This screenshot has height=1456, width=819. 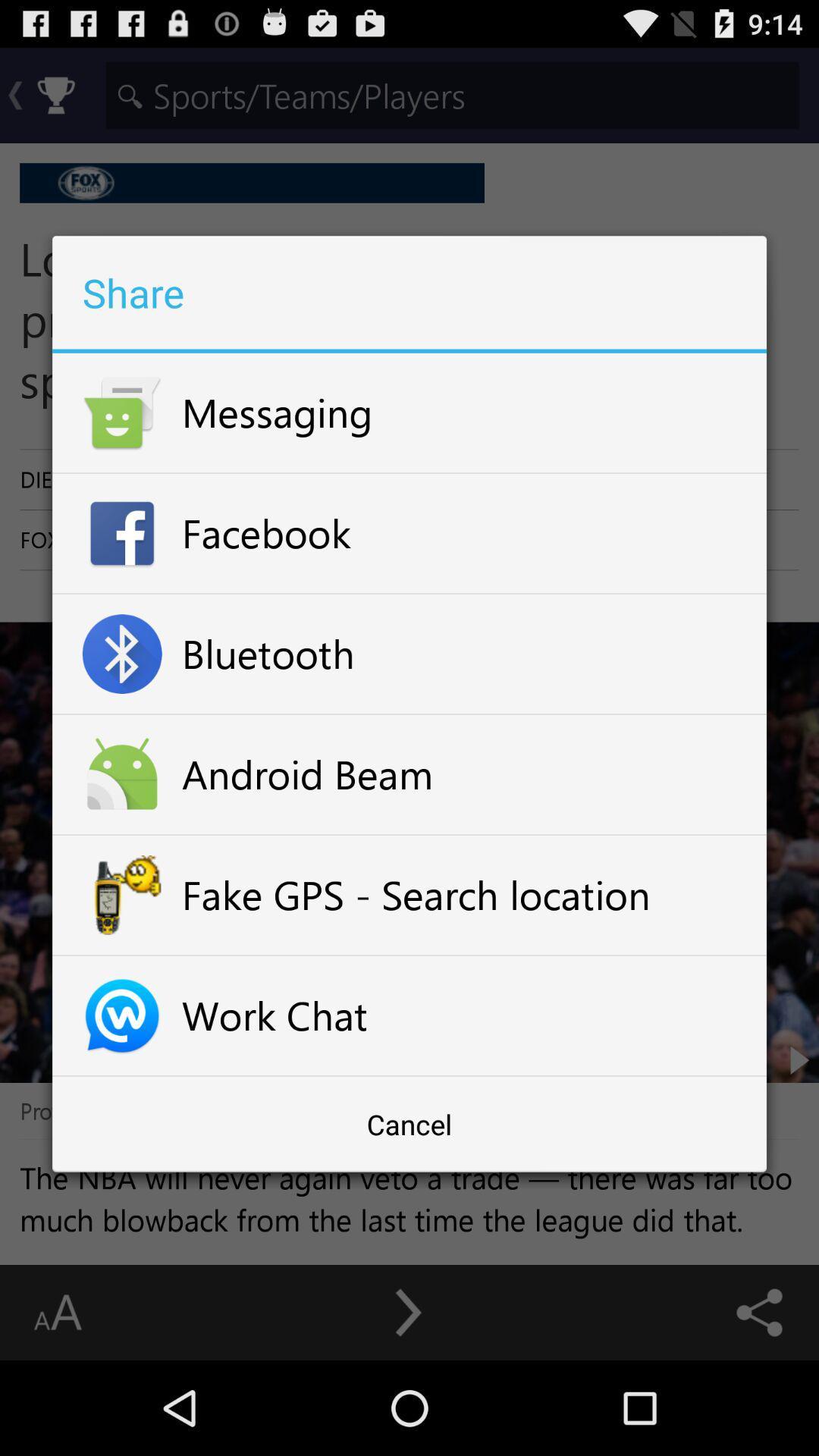 I want to click on the cancel, so click(x=409, y=1124).